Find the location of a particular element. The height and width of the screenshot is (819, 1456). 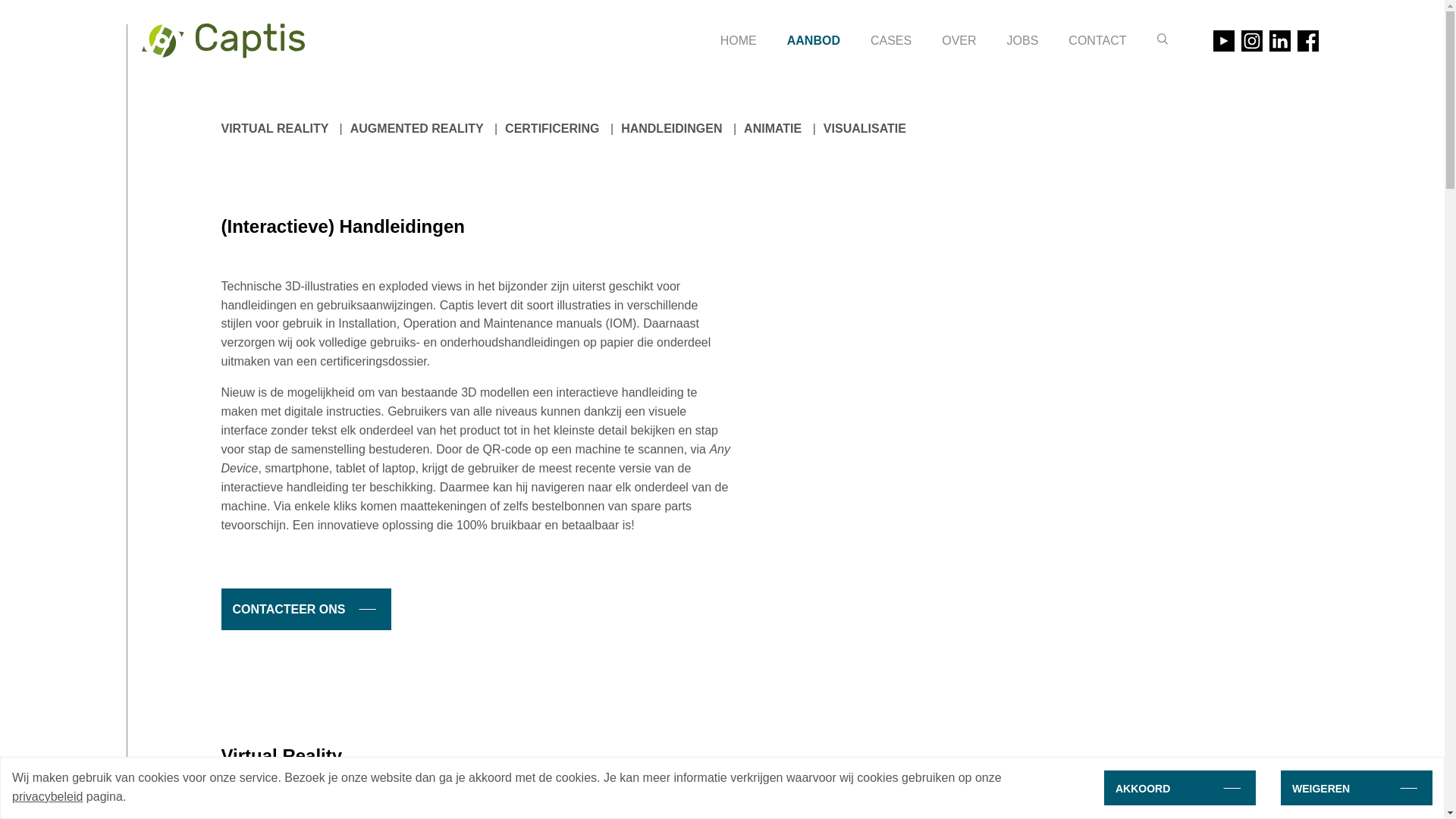

'JOBS' is located at coordinates (1022, 40).